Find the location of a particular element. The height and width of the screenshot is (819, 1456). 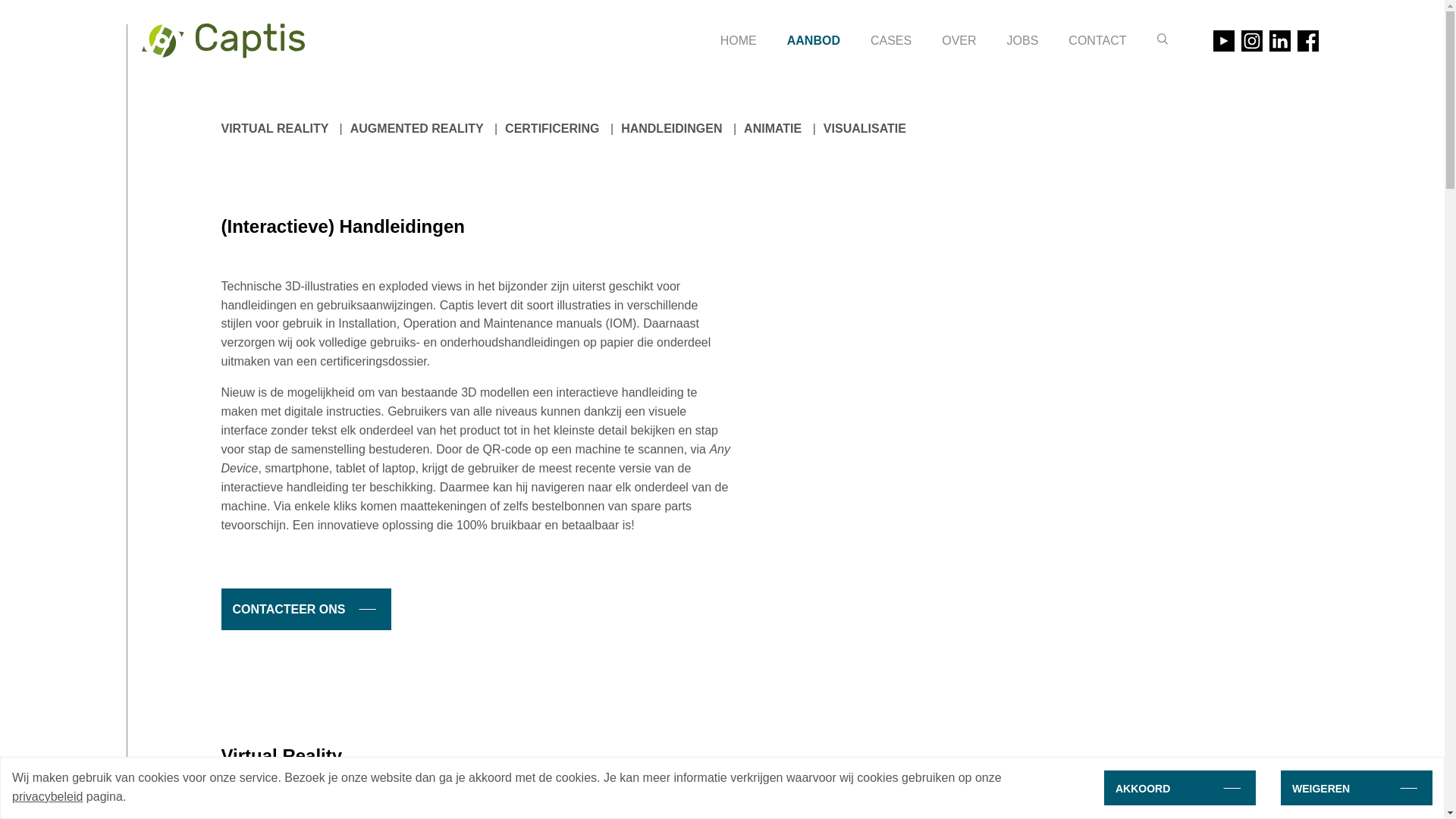

'JOBS' is located at coordinates (1022, 40).